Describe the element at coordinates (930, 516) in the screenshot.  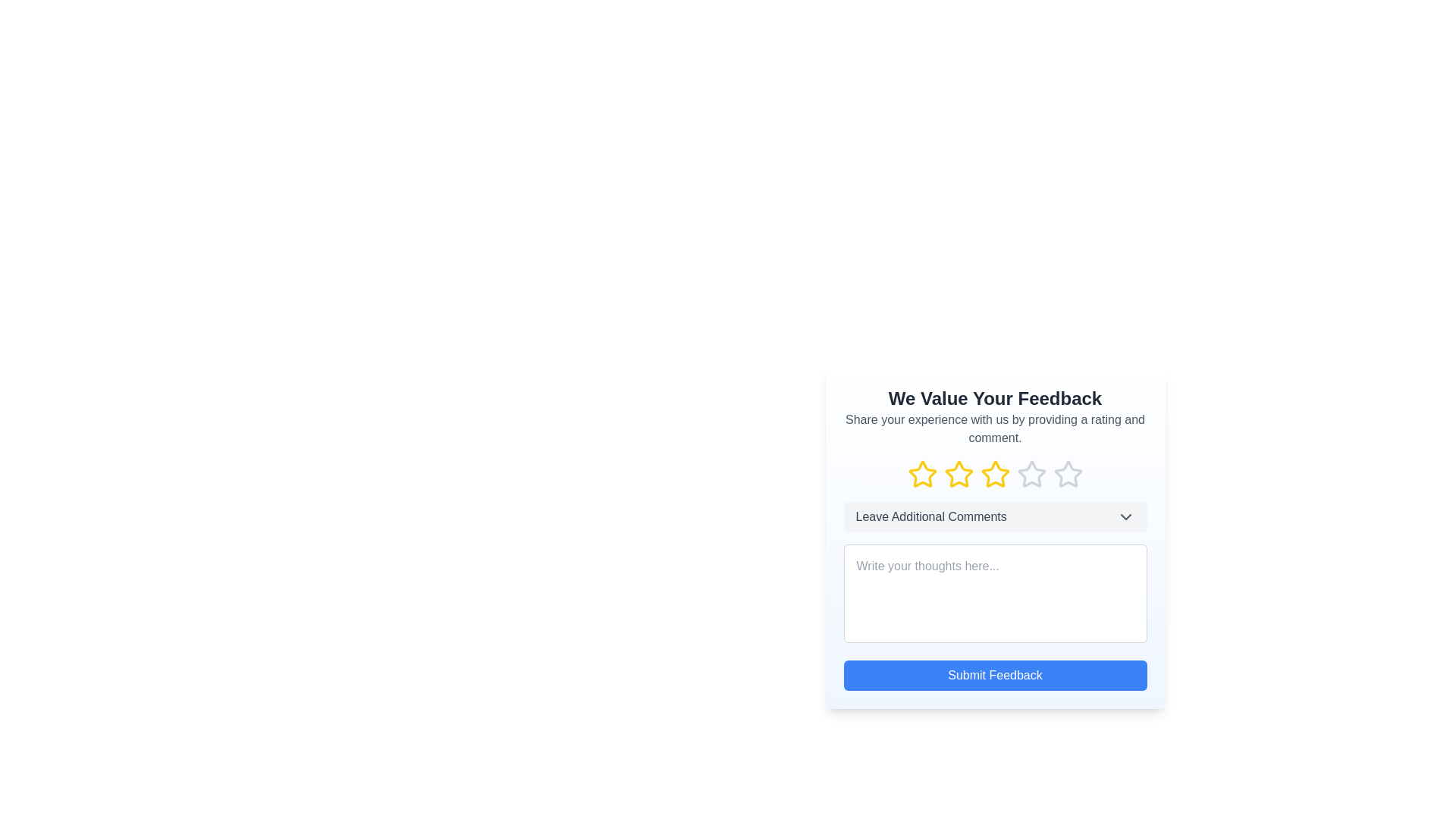
I see `the label that indicates the purpose of the subsequent text input field, which is located near the top-middle of the feedback form, below the rating stars` at that location.